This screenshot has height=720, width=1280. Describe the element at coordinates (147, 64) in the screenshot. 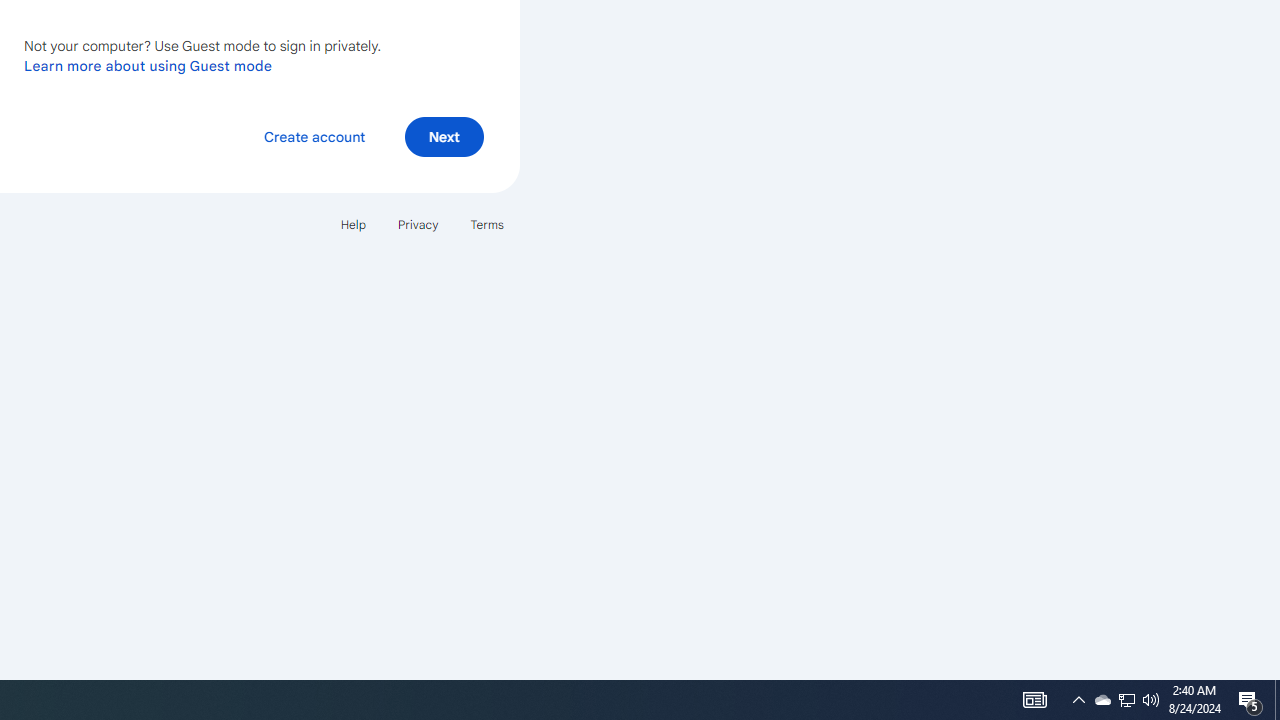

I see `'Learn more about using Guest mode'` at that location.